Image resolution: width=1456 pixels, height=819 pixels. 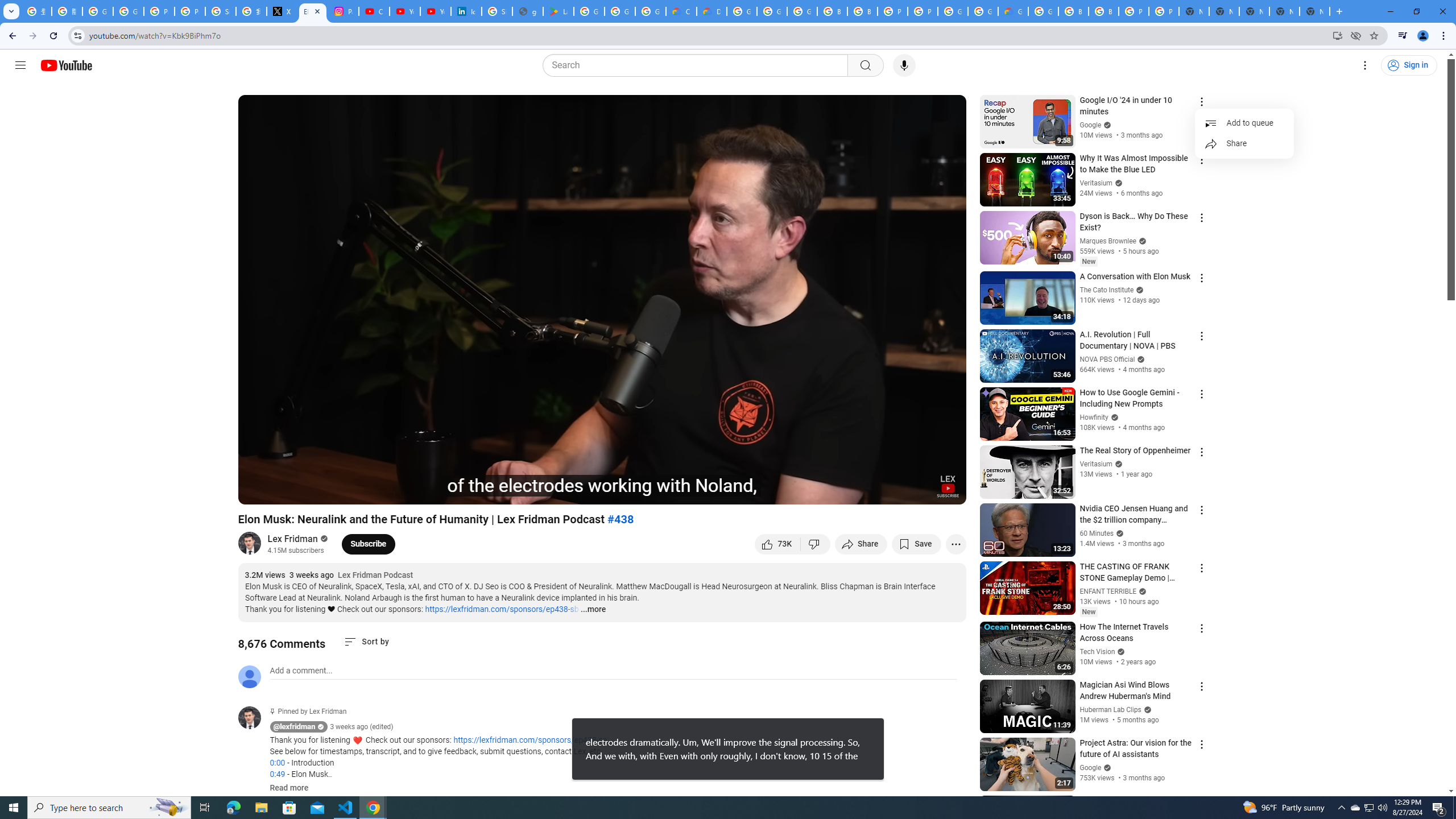 I want to click on 'Search with your voice', so click(x=904, y=65).